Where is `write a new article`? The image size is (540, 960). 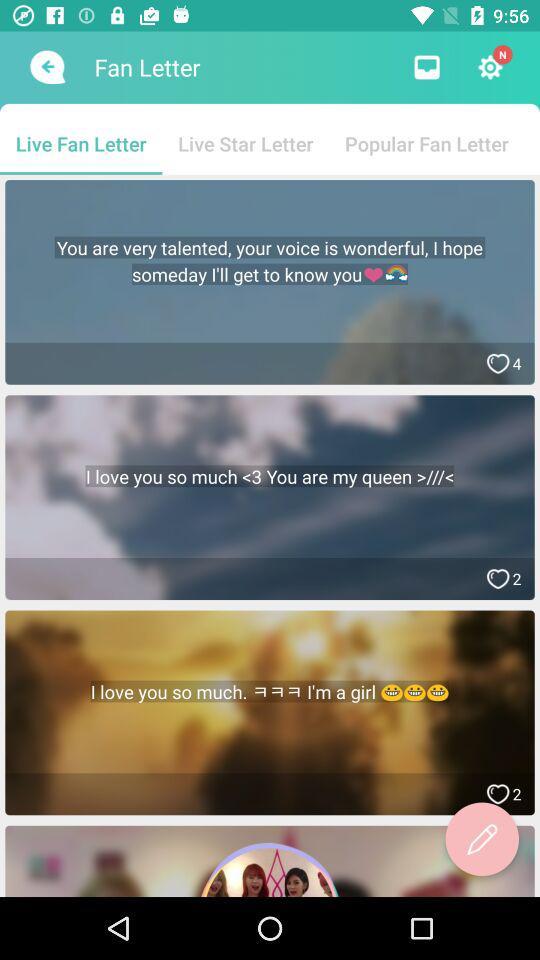
write a new article is located at coordinates (481, 839).